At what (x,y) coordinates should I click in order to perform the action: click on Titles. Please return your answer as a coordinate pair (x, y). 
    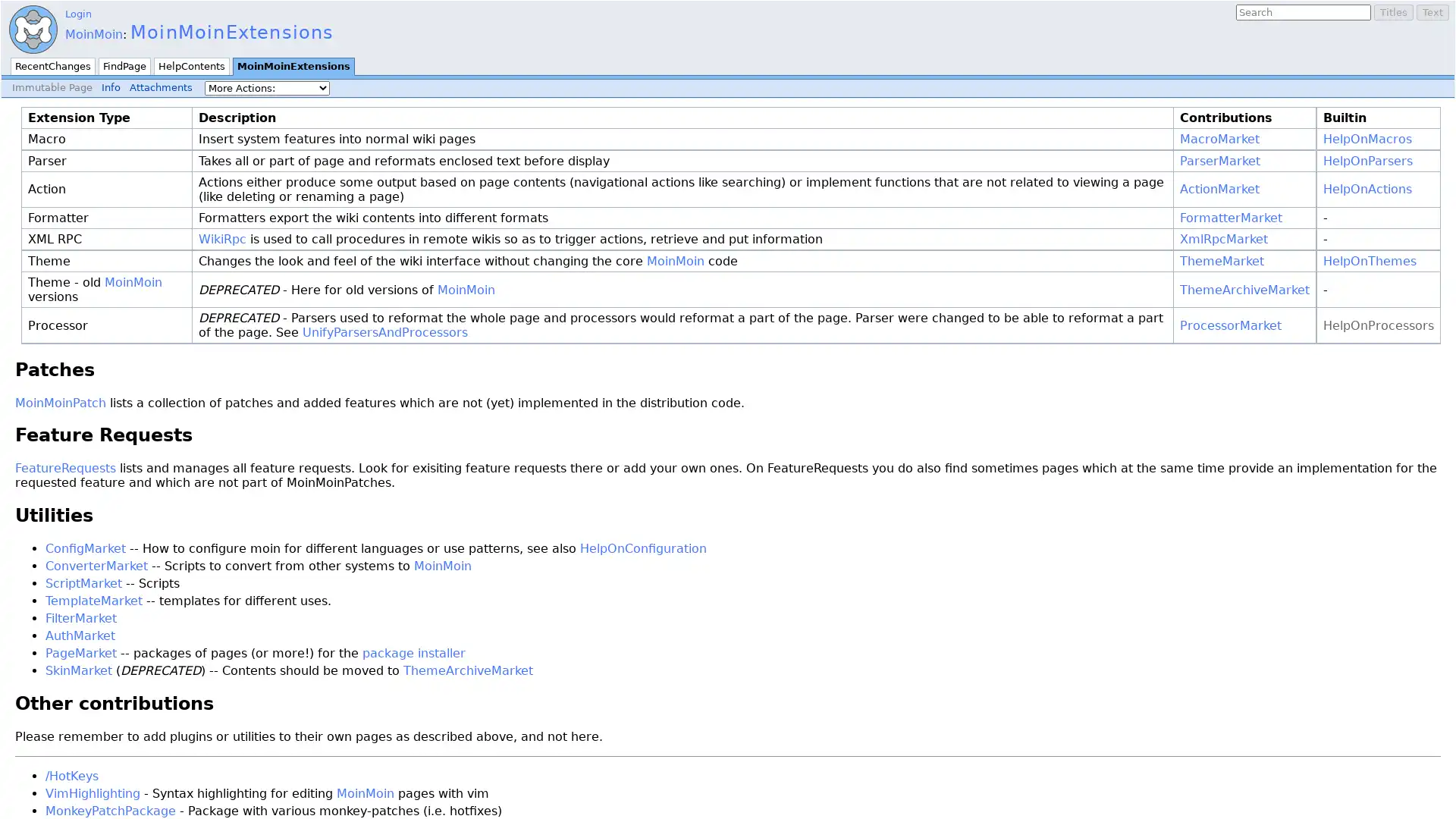
    Looking at the image, I should click on (1394, 12).